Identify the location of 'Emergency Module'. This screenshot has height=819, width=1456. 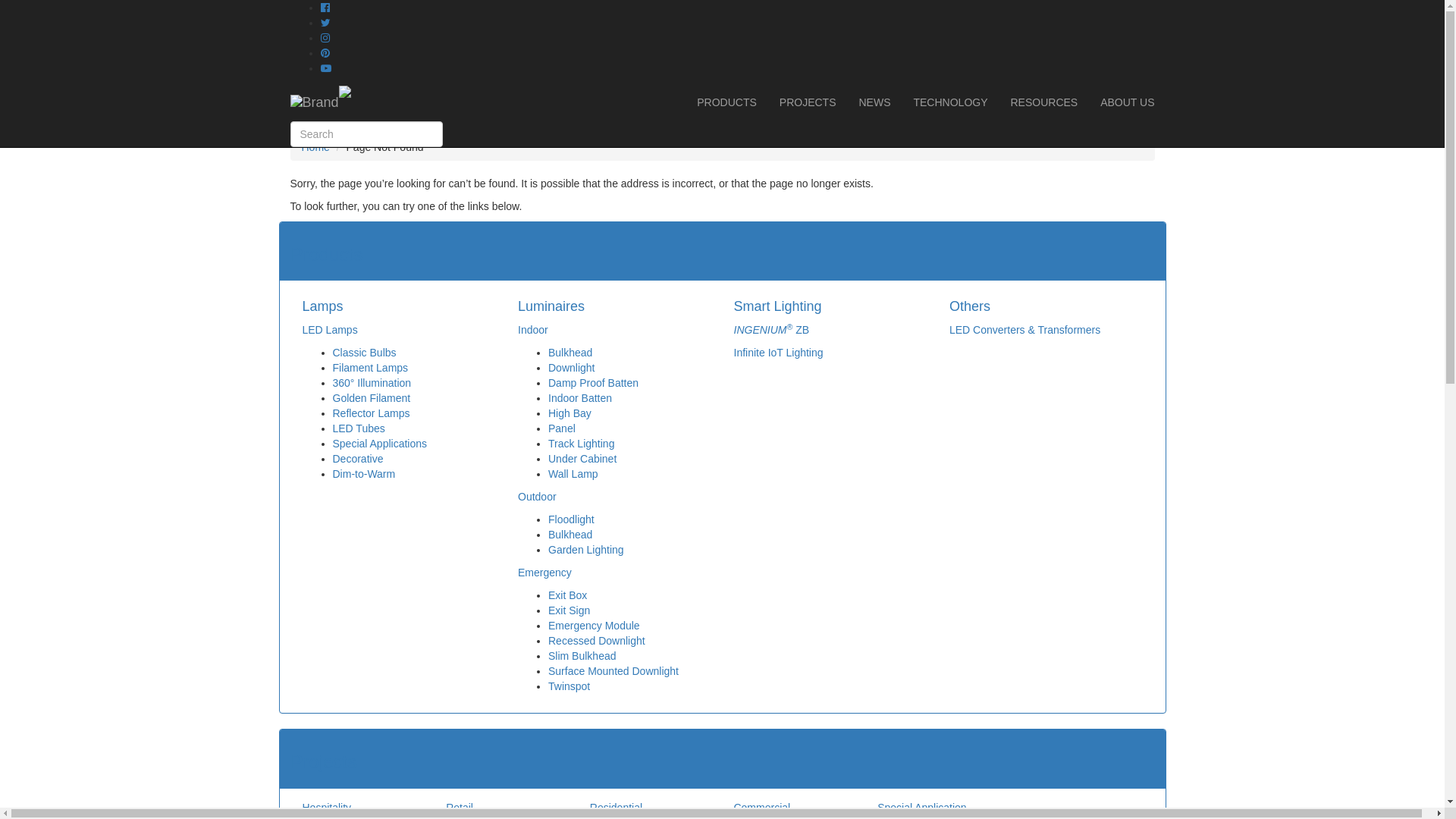
(593, 626).